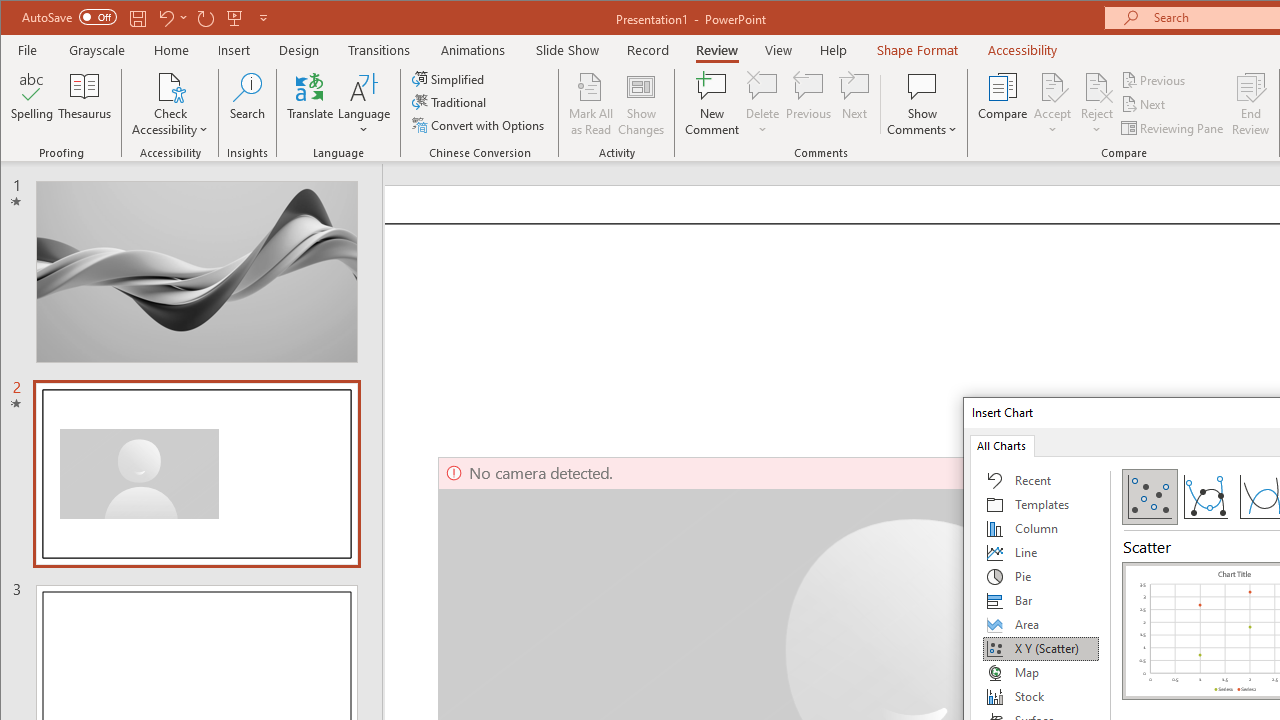 The height and width of the screenshot is (720, 1280). I want to click on 'All Charts', so click(1001, 444).